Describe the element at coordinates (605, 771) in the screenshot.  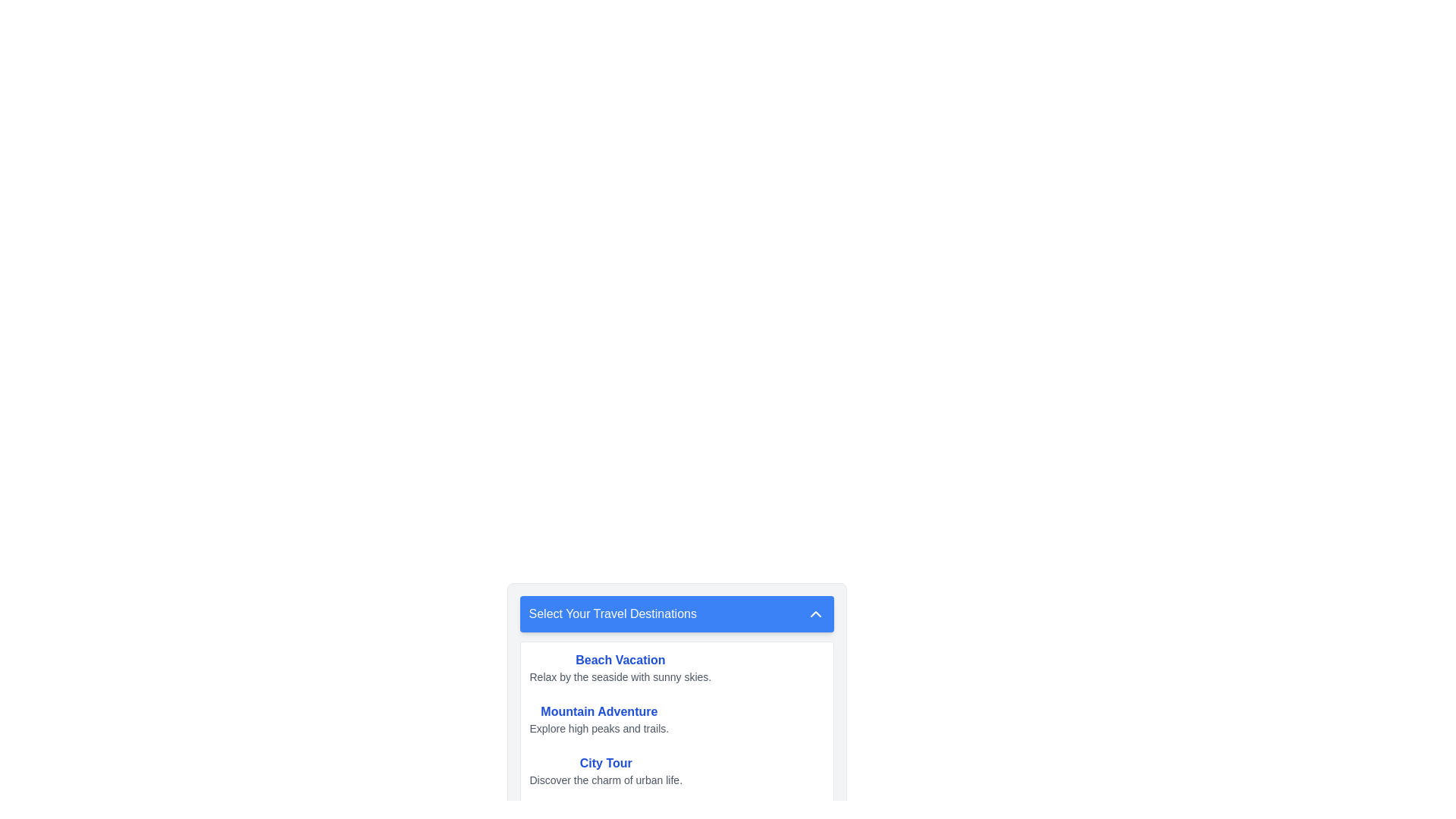
I see `keyboard navigation` at that location.